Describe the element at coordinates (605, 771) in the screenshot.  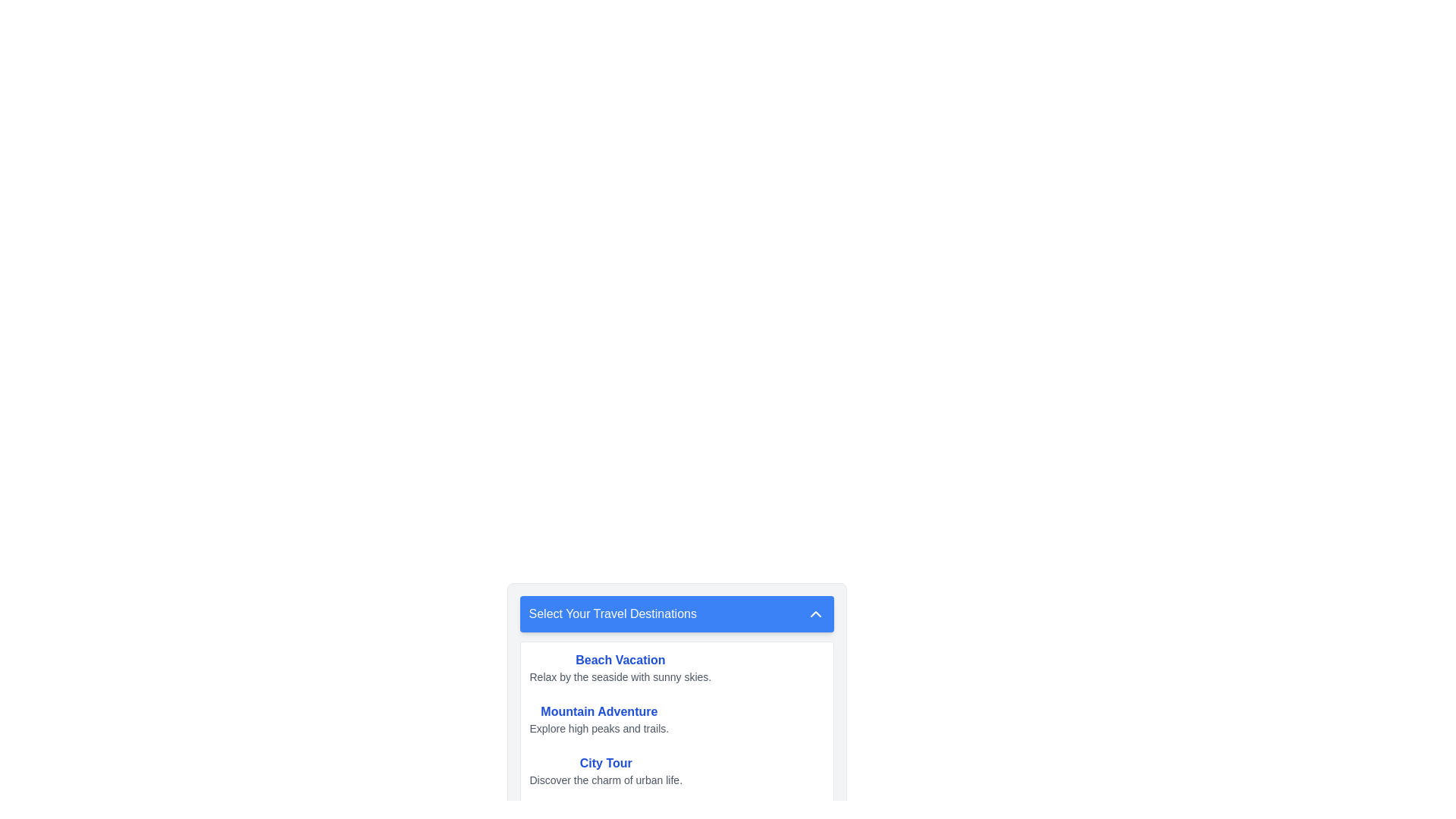
I see `keyboard navigation` at that location.